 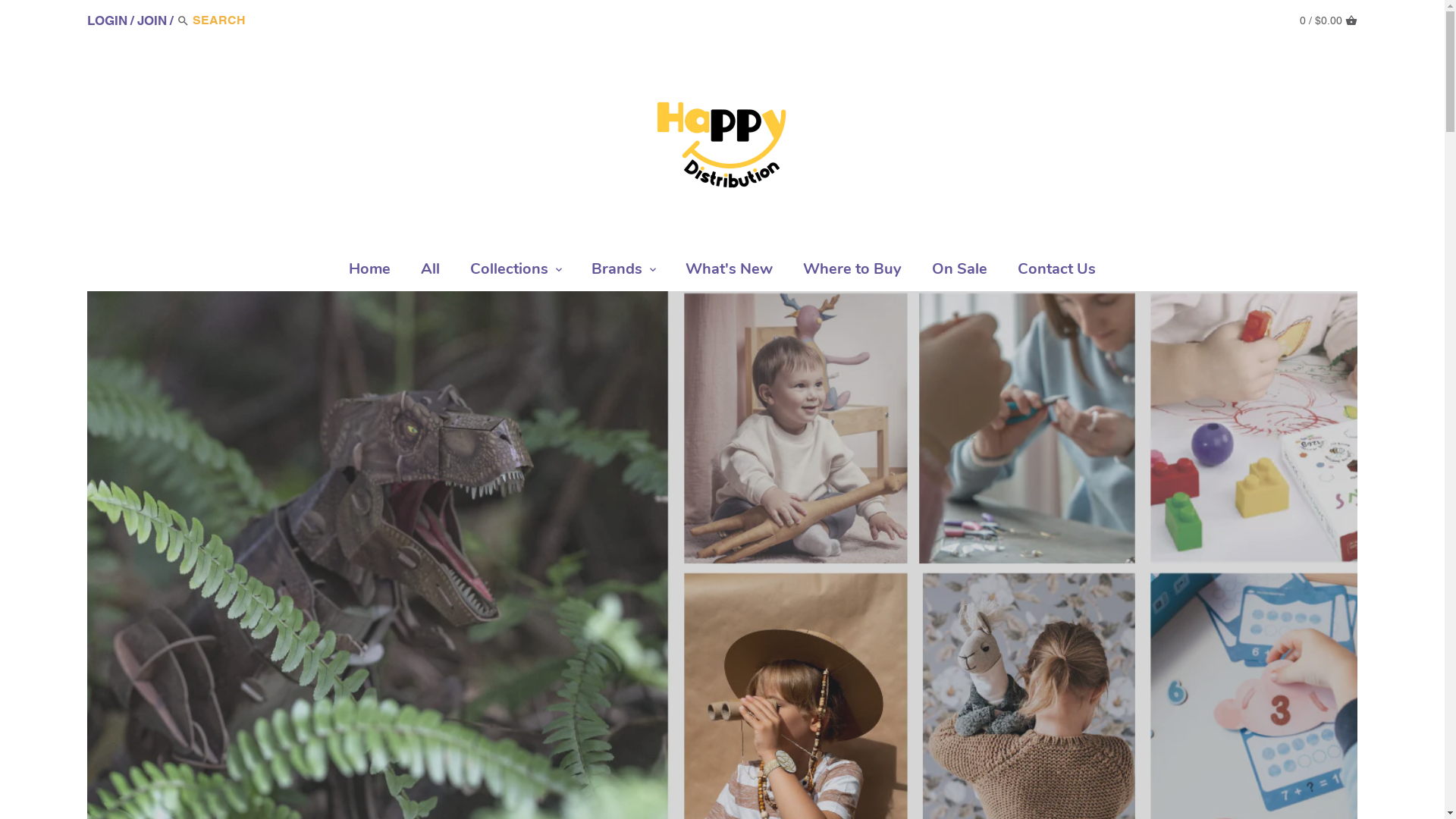 I want to click on 'Contact Us', so click(x=1056, y=271).